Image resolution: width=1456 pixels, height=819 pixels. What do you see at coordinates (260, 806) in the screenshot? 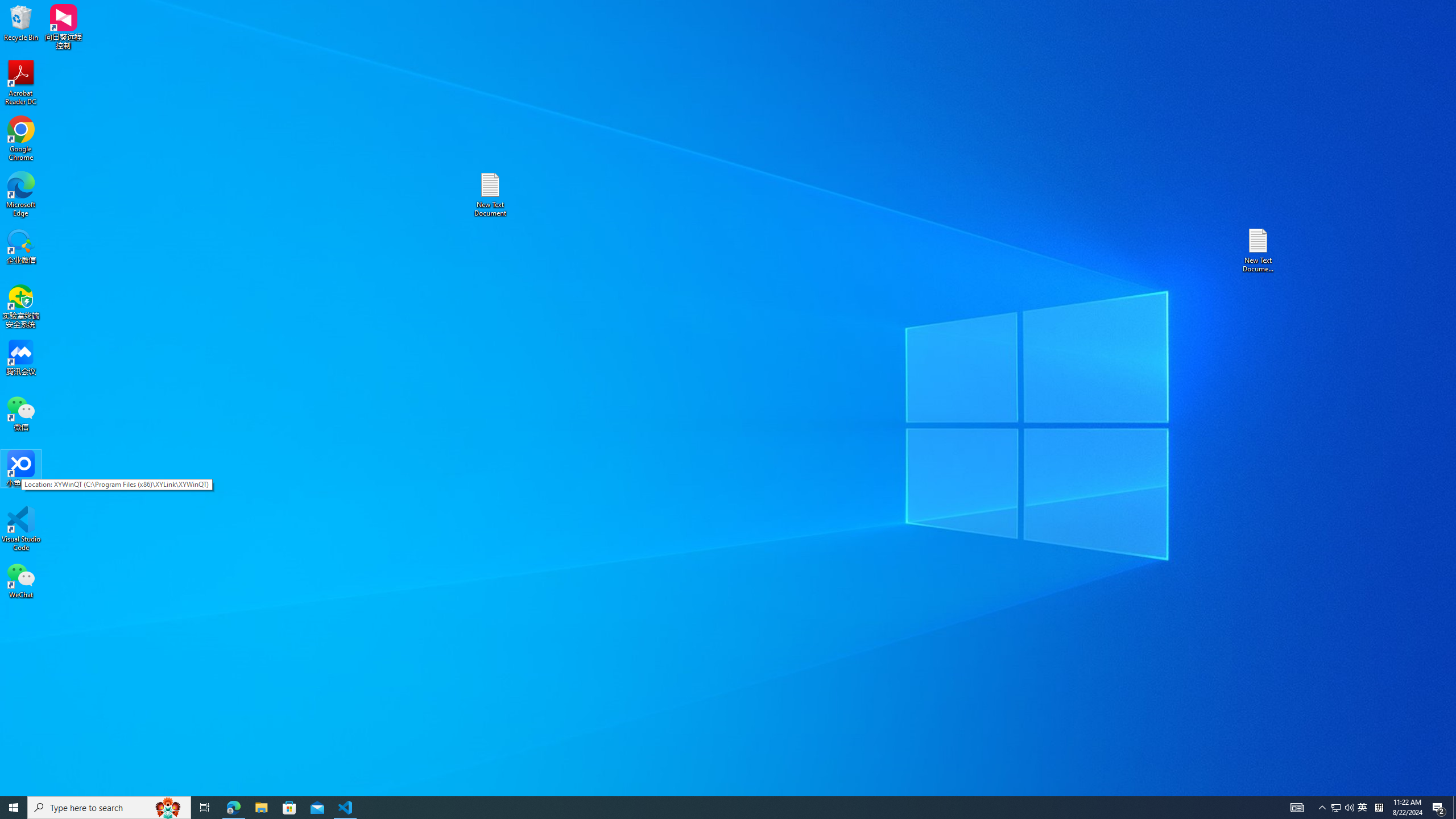
I see `'File Explorer'` at bounding box center [260, 806].